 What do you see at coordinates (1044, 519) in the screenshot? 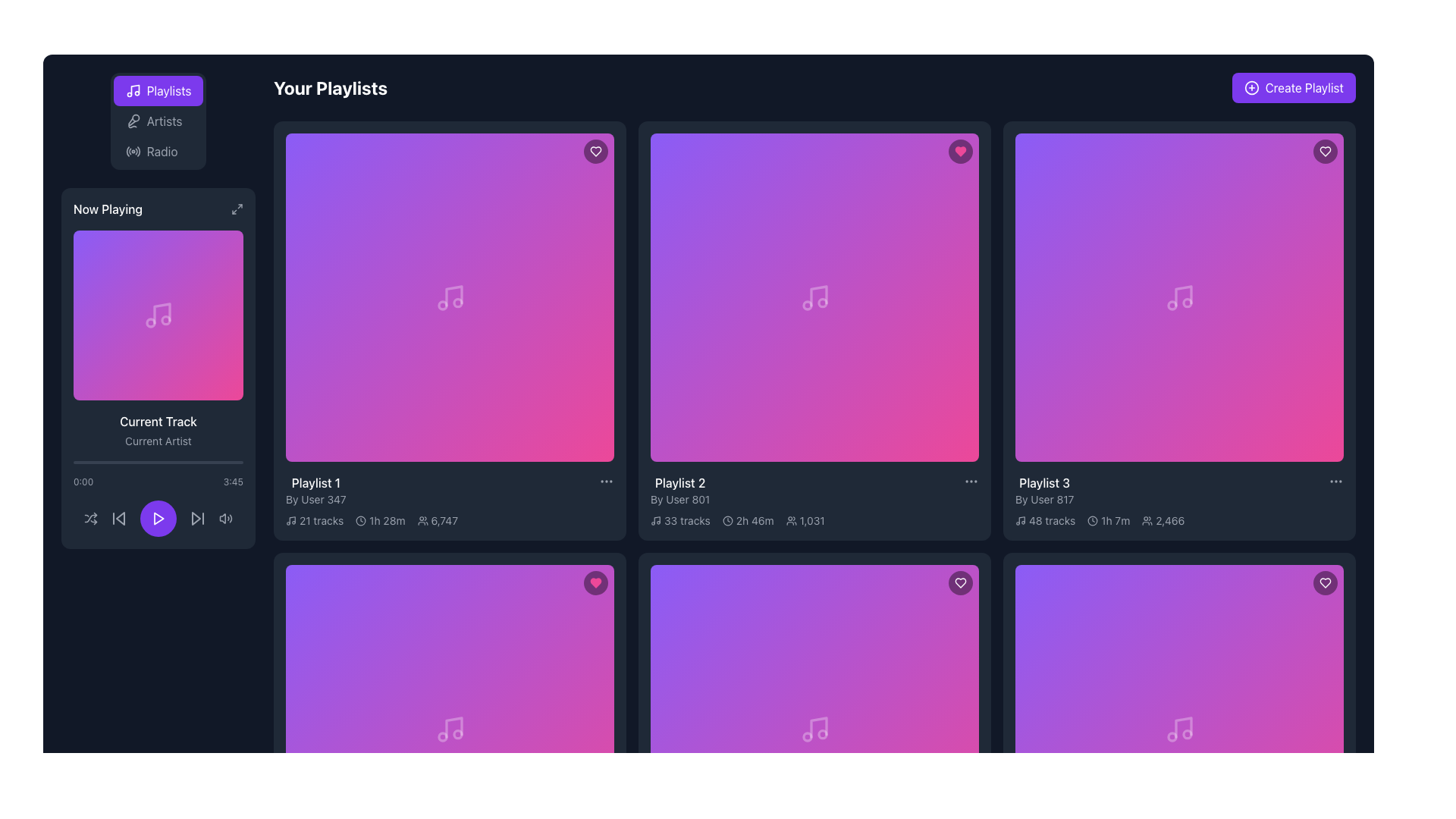
I see `the informational label with an icon located in the bottom-left section of the 'Playlist 3' card that describes the number of tracks in the playlist` at bounding box center [1044, 519].